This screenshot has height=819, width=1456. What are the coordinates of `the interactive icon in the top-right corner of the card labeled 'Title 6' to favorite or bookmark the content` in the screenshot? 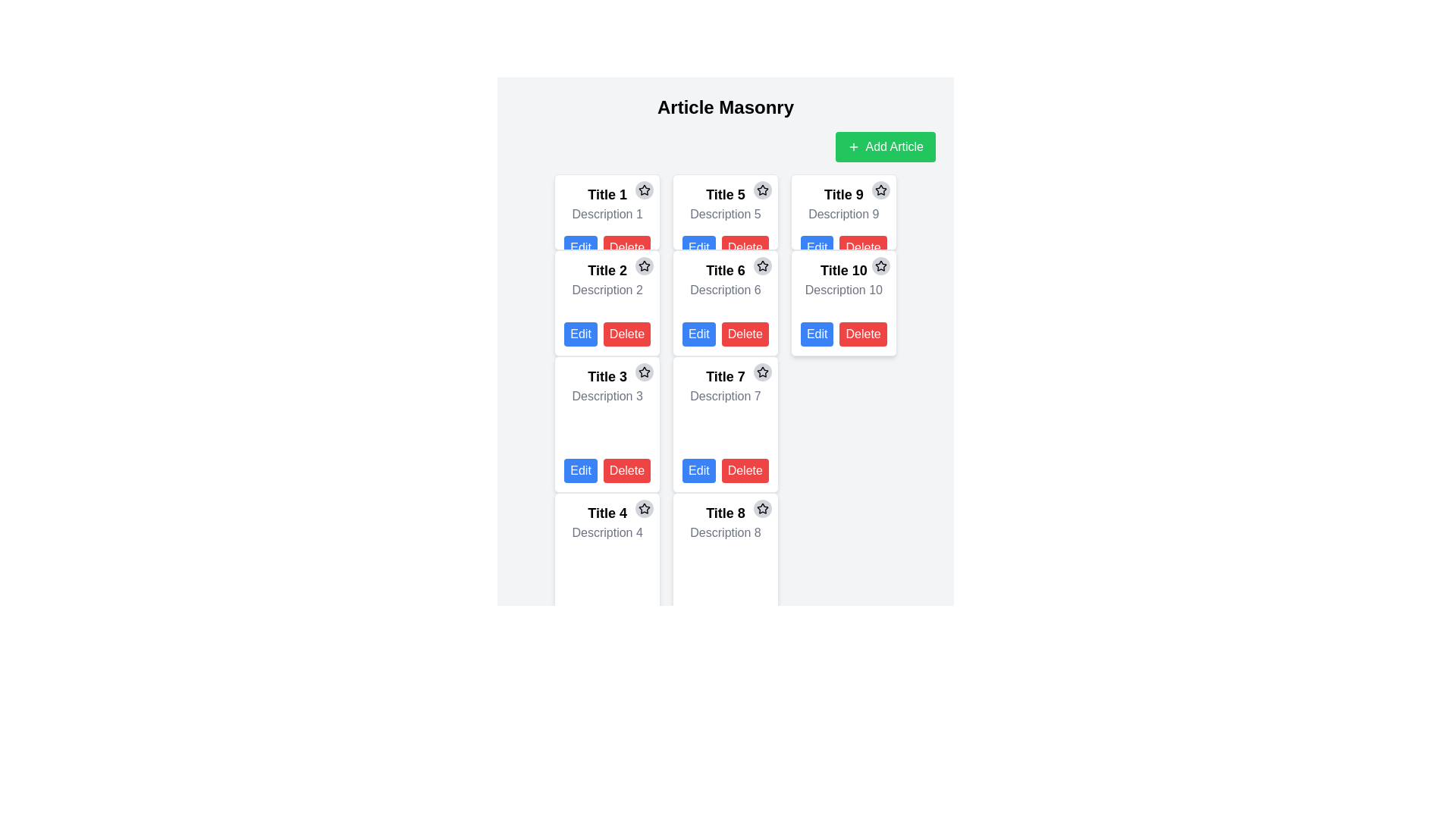 It's located at (762, 265).